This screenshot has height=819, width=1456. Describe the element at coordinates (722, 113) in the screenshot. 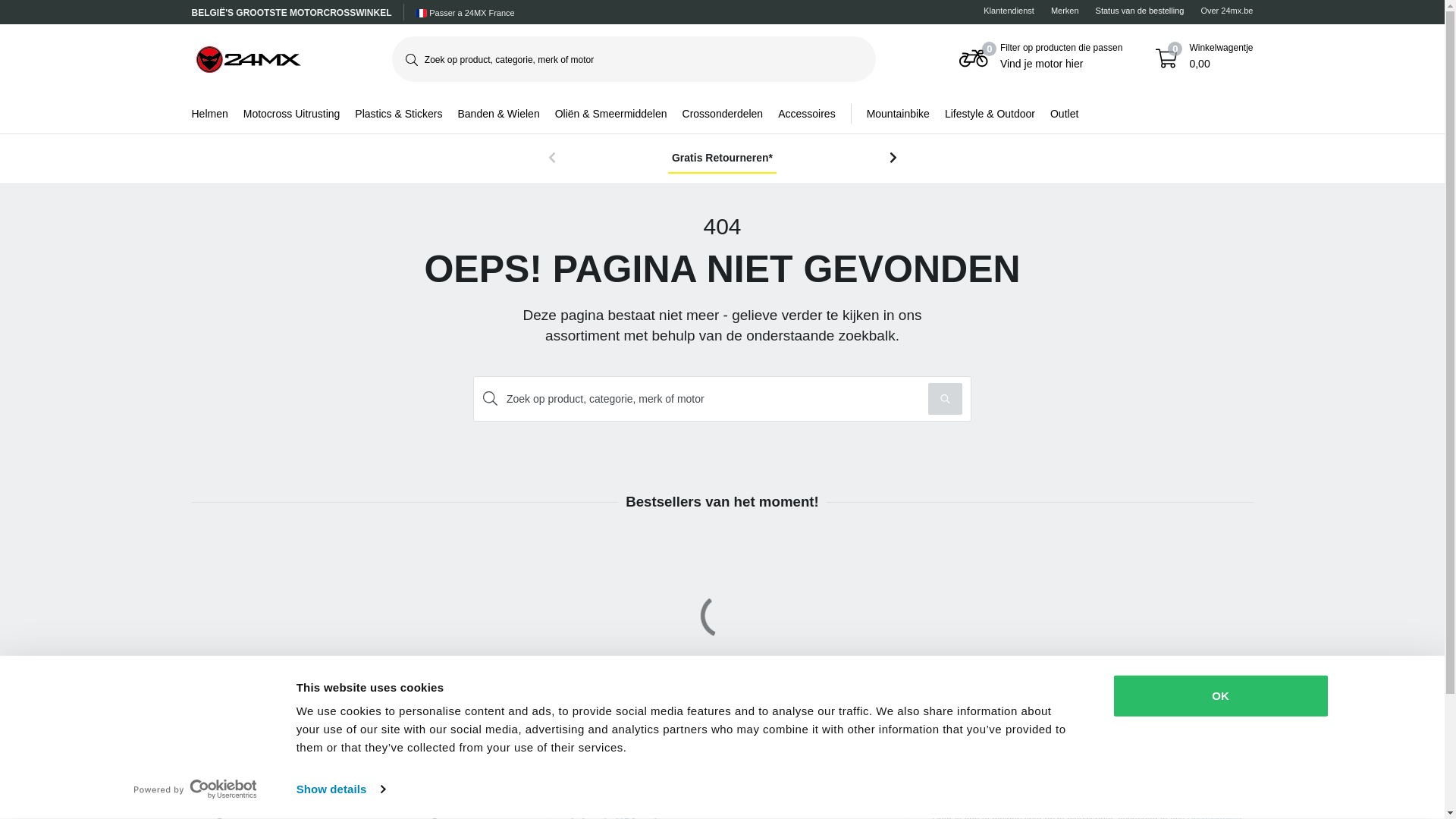

I see `'Crossonderdelen'` at that location.